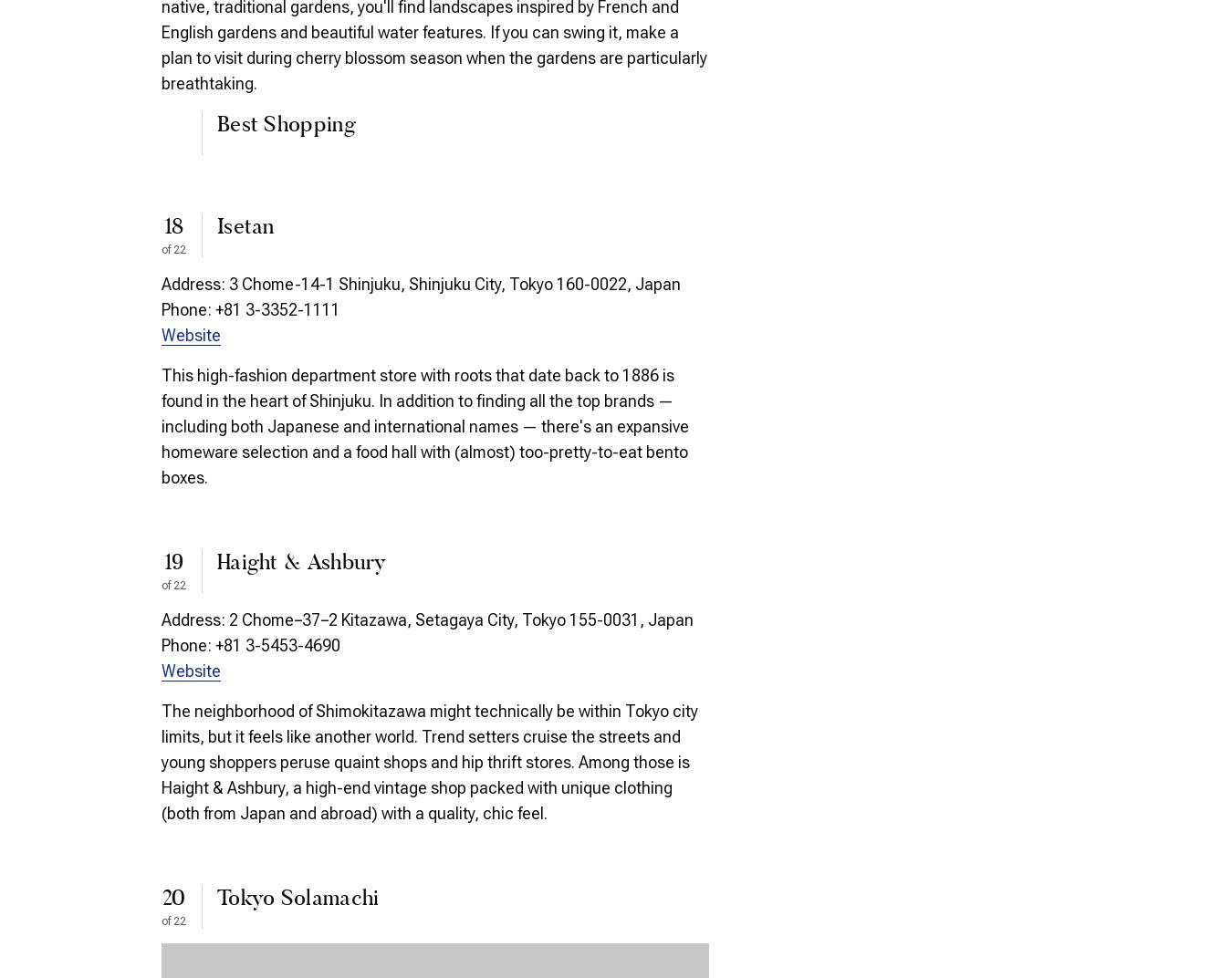 The height and width of the screenshot is (978, 1232). I want to click on 'Address: 3 Chome-14-1 Shinjuku, Shinjuku City, Tokyo 160-0022, Japan', so click(420, 282).